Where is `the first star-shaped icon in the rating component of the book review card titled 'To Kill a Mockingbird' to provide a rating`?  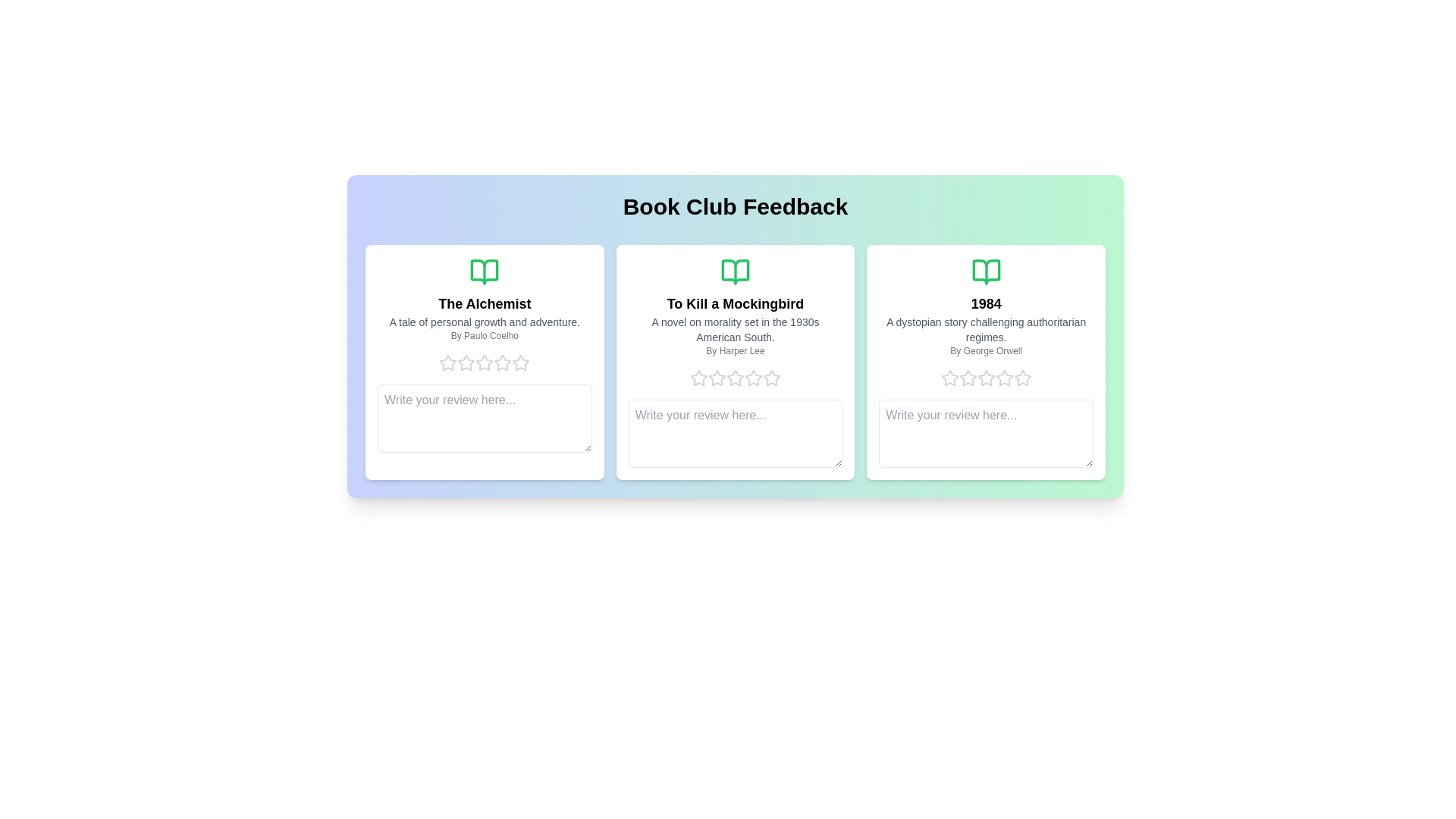 the first star-shaped icon in the rating component of the book review card titled 'To Kill a Mockingbird' to provide a rating is located at coordinates (698, 377).